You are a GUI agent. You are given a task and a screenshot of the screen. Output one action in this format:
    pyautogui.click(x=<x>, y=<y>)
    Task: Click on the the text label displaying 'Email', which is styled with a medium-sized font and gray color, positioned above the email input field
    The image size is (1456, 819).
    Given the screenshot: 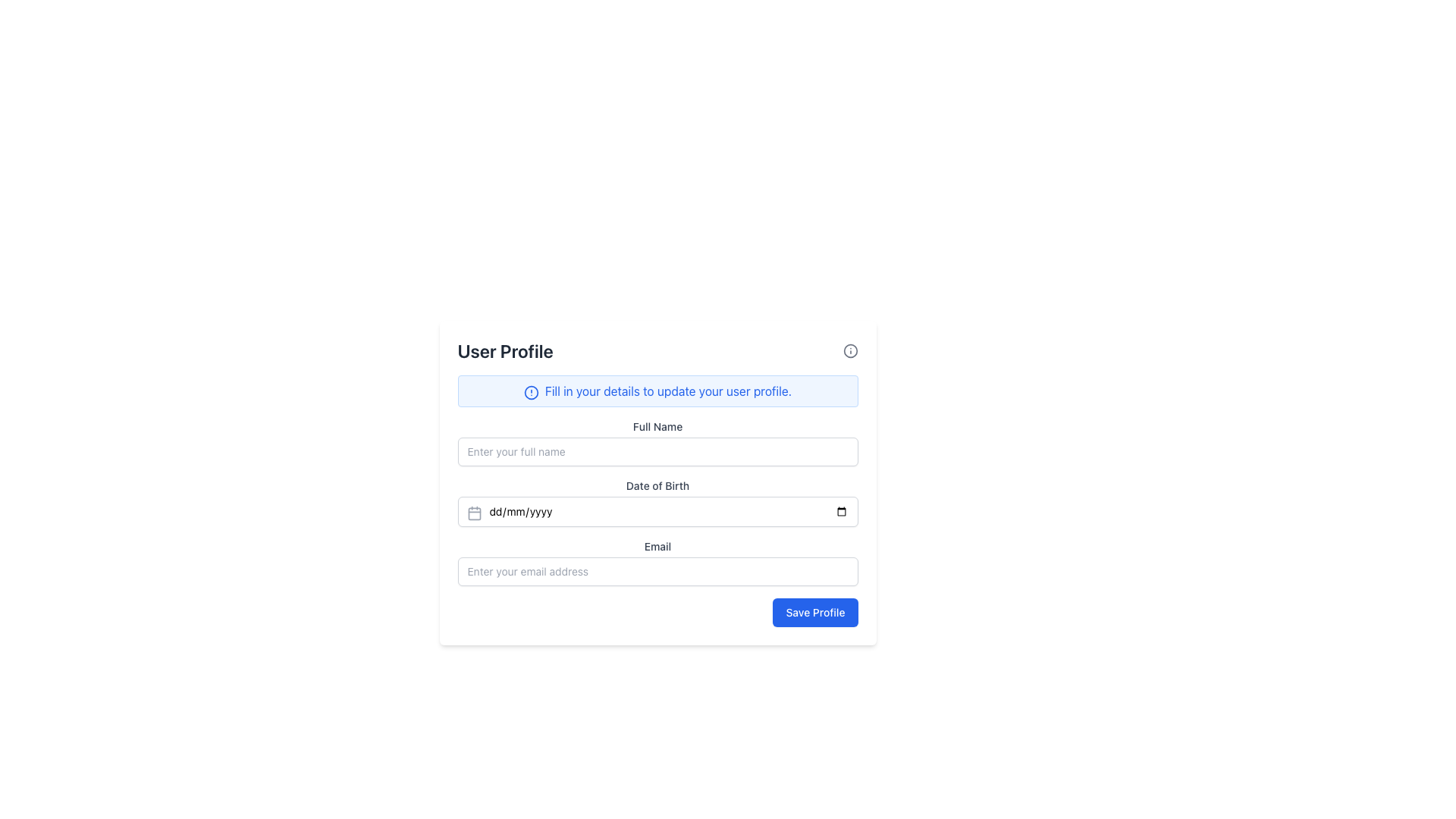 What is the action you would take?
    pyautogui.click(x=657, y=547)
    